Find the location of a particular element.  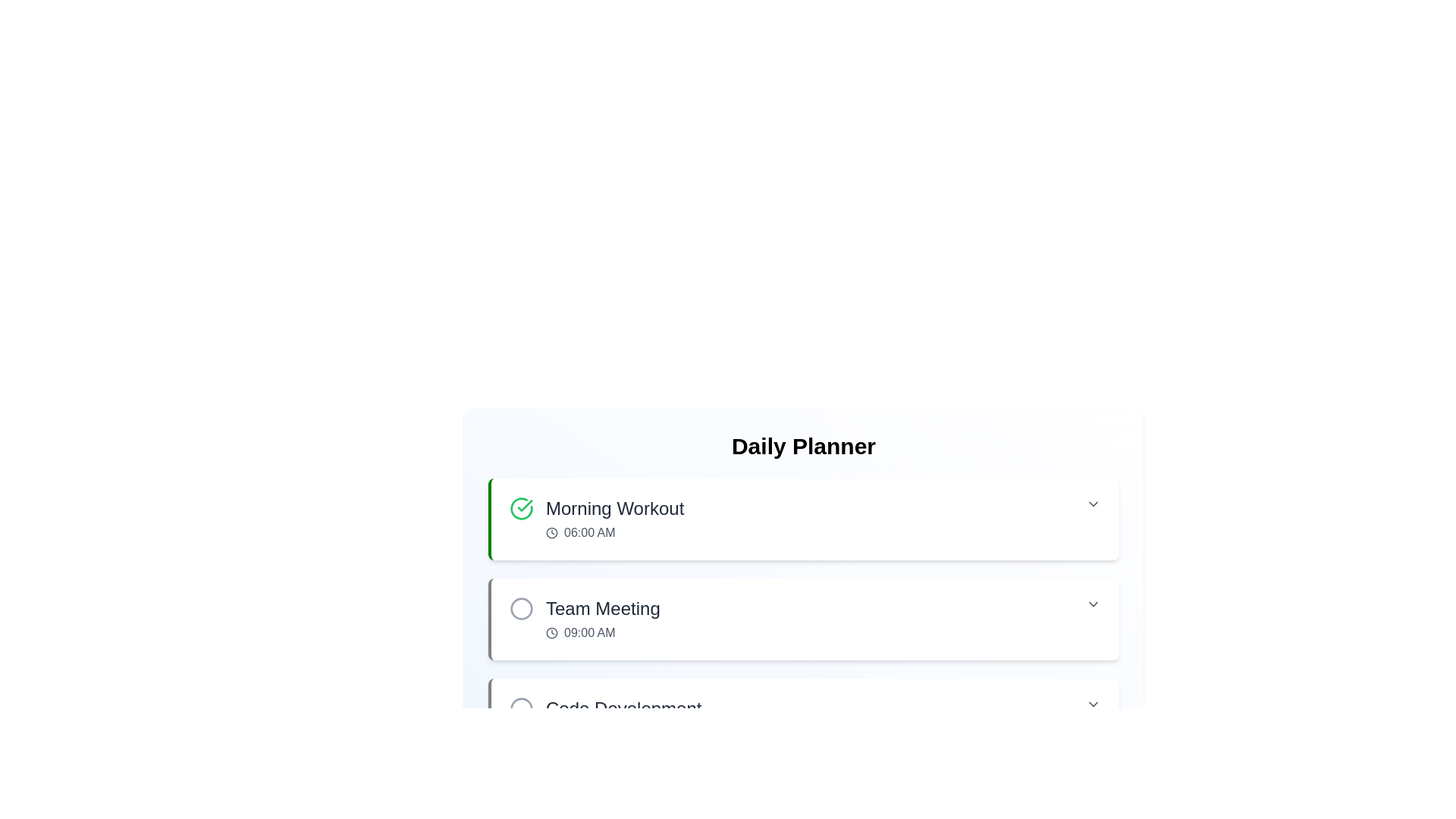

the circular clock icon located to the left of the time text '09:00 AM' in the 'Team Meeting' schedule row is located at coordinates (551, 632).